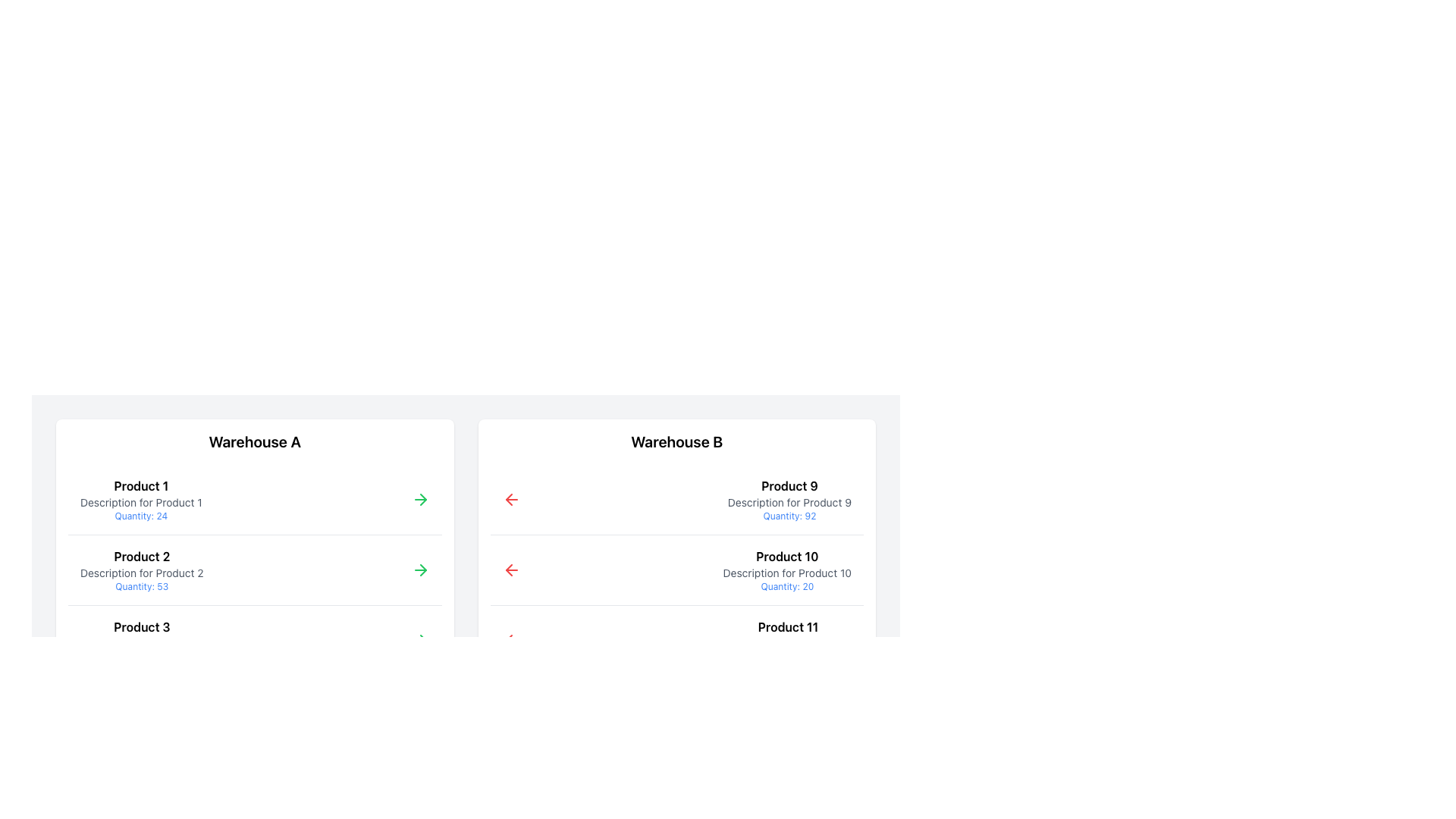 The height and width of the screenshot is (819, 1456). I want to click on the Text Label serving as the product name in the third product information card under 'Warehouse B', so click(788, 626).